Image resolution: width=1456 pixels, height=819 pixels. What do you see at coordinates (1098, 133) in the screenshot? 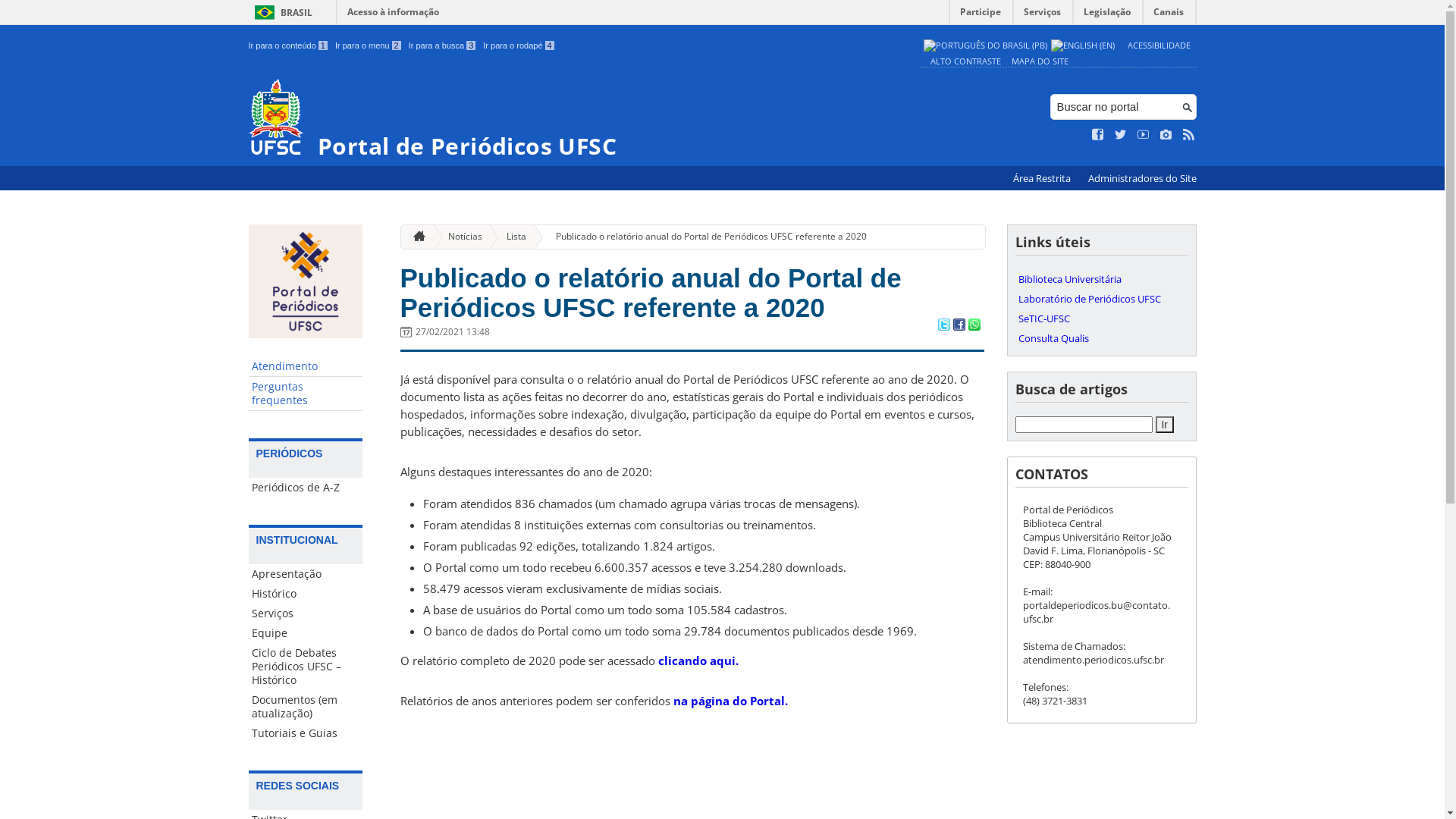
I see `'Curta no Facebook'` at bounding box center [1098, 133].